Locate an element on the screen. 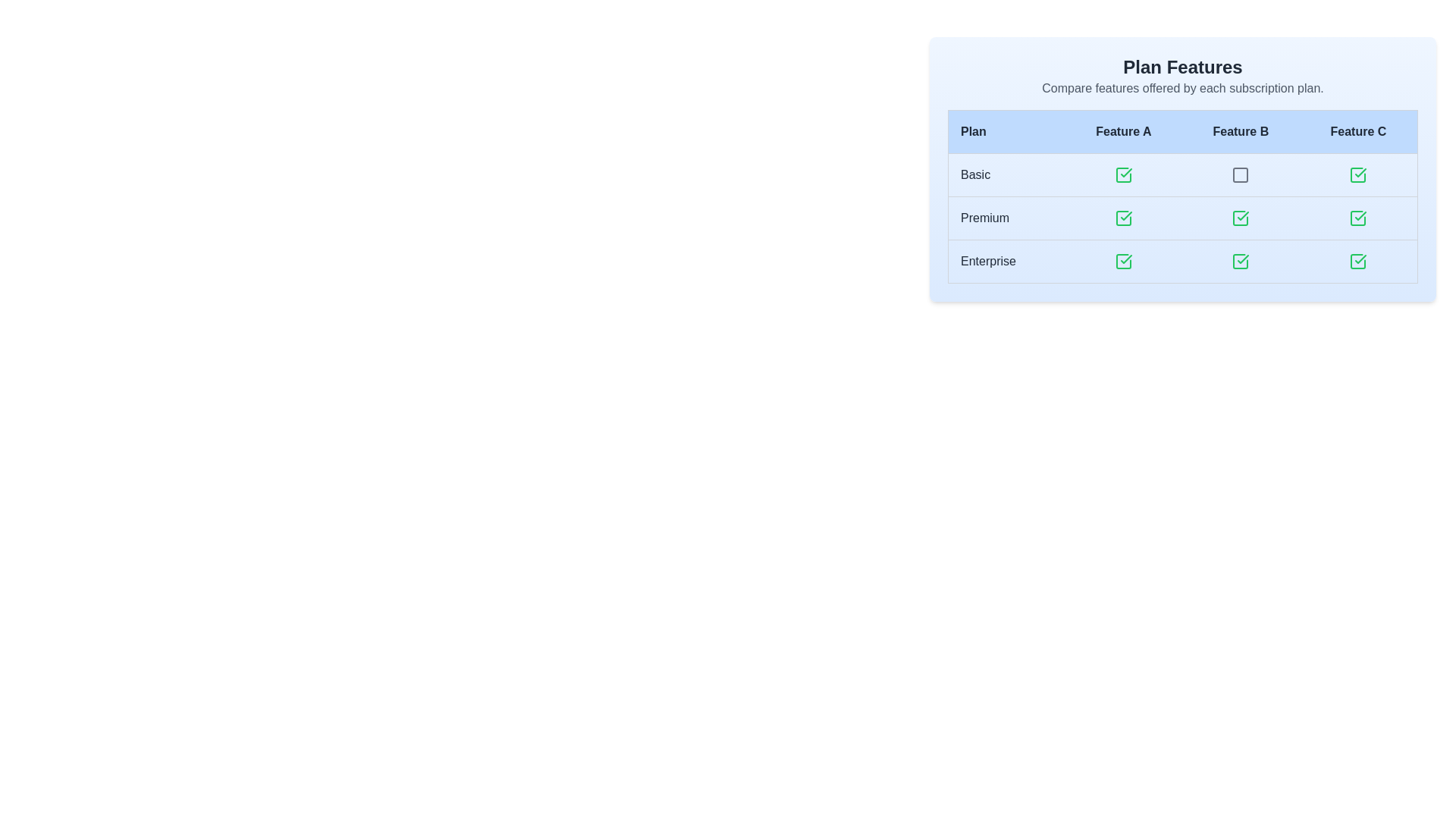 Image resolution: width=1456 pixels, height=819 pixels. the text content of the Text Block that introduces and describes the subscription plan comparison table, located at the top of a blue box is located at coordinates (1182, 76).